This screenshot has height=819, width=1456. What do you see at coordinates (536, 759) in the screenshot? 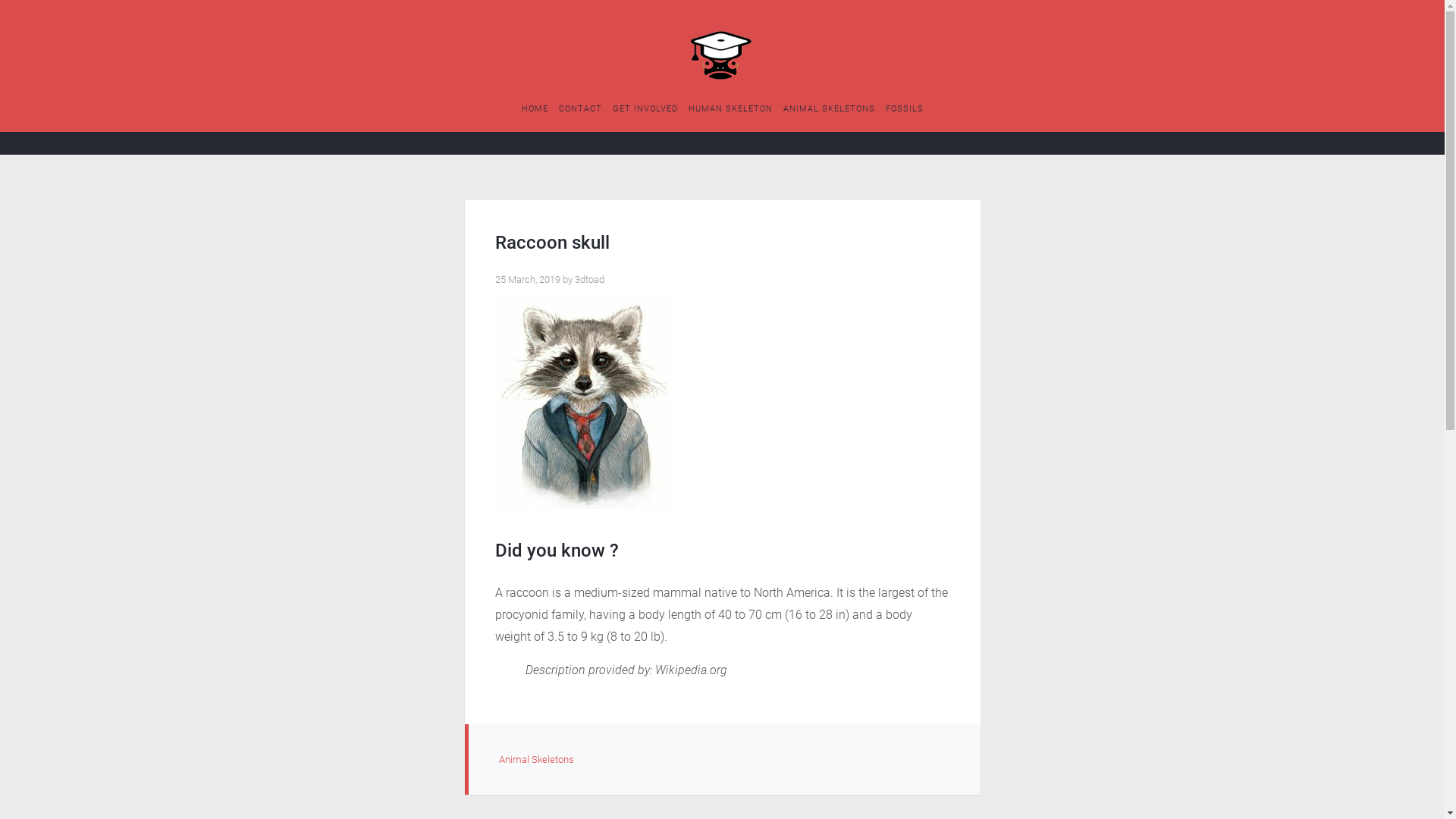
I see `'Animal Skeletons'` at bounding box center [536, 759].